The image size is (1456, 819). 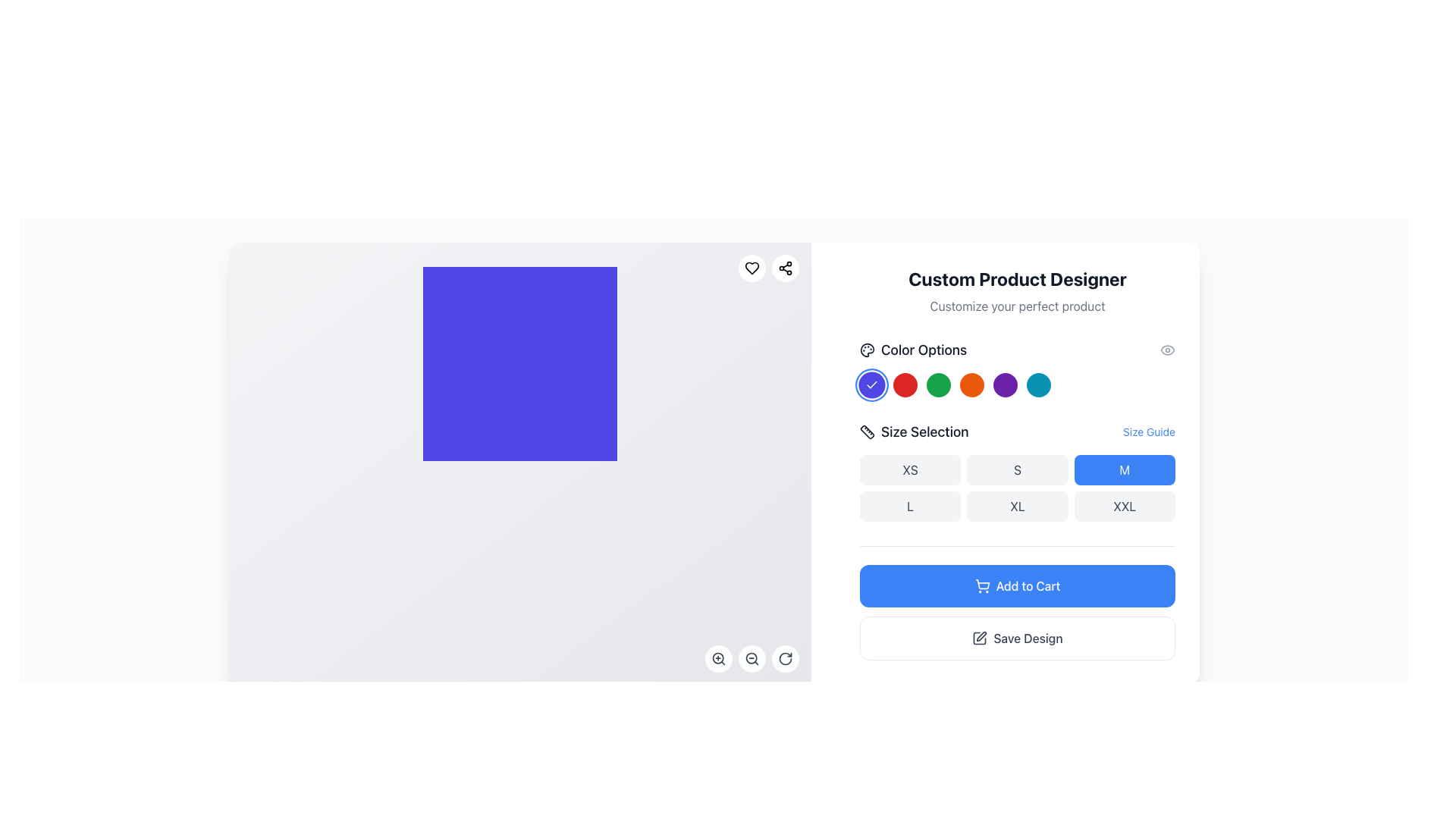 I want to click on the 'Size Selection' heading, which features dark gray text and a ruler icon, located in the right-side panel below 'Color Options', so click(x=913, y=432).